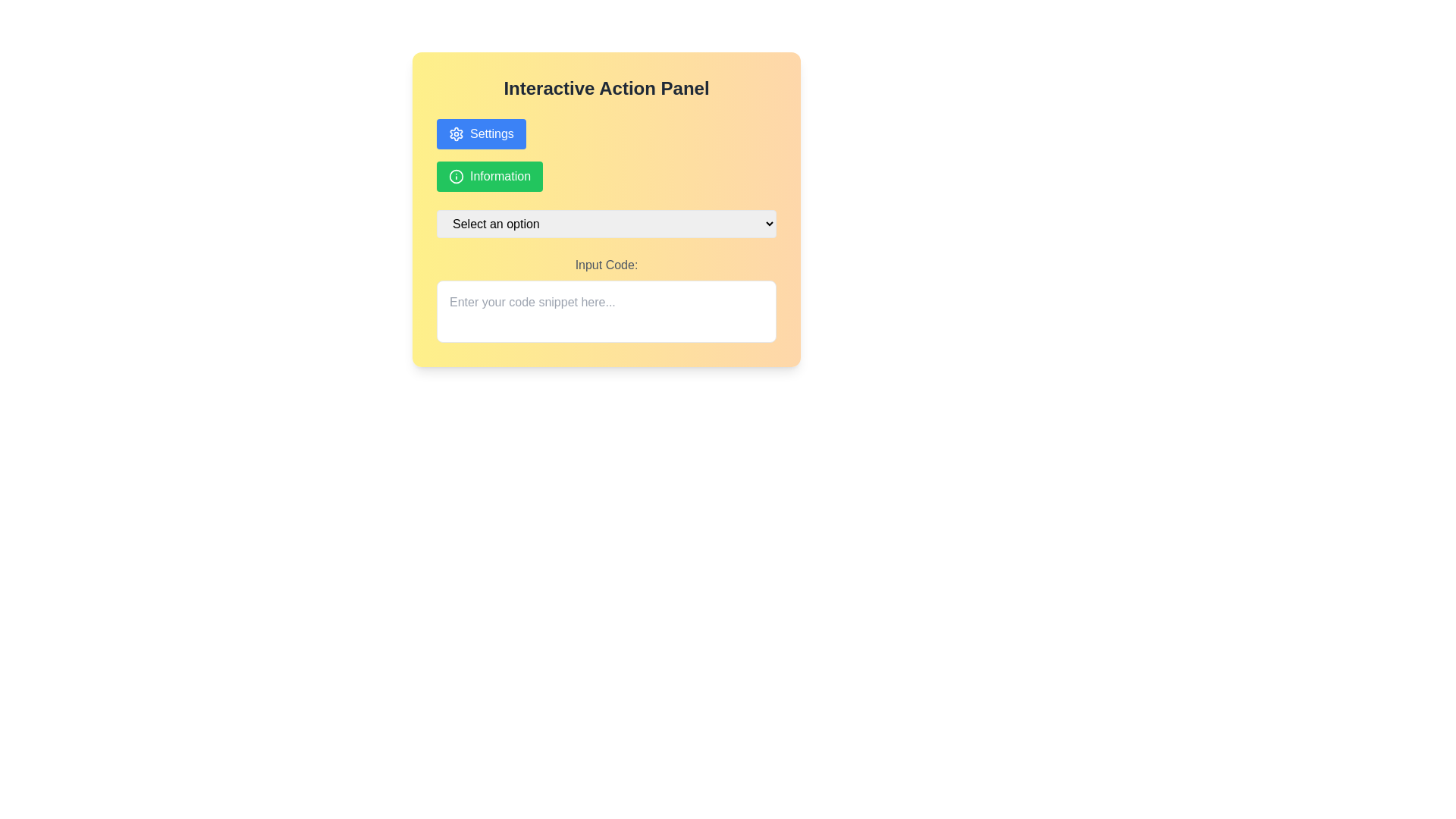 This screenshot has height=819, width=1456. Describe the element at coordinates (607, 265) in the screenshot. I see `the text label displaying 'Input Code:' which is styled in gray and positioned above the text input box` at that location.